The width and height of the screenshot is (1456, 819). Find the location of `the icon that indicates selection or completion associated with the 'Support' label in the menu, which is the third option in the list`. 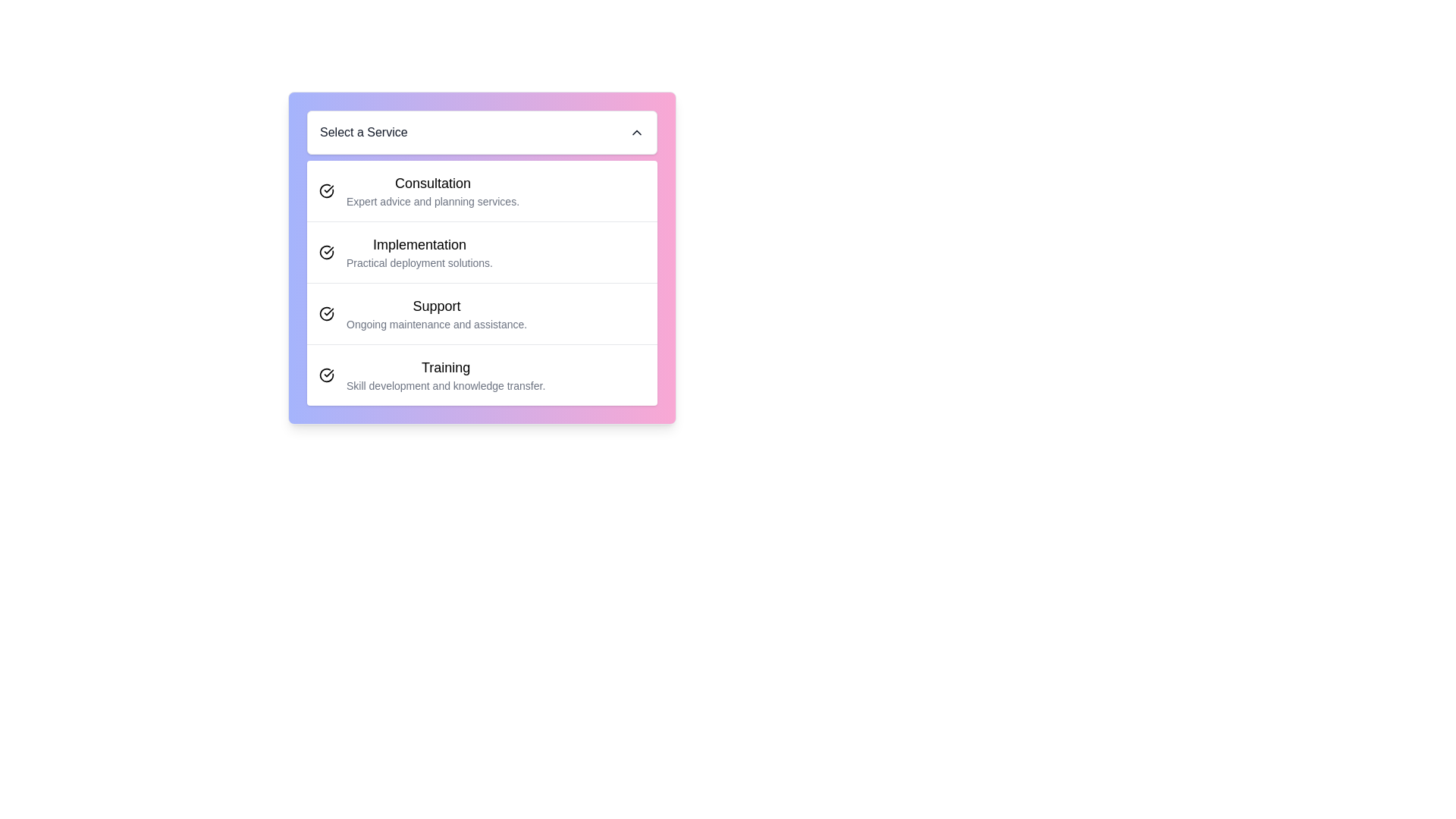

the icon that indicates selection or completion associated with the 'Support' label in the menu, which is the third option in the list is located at coordinates (326, 312).